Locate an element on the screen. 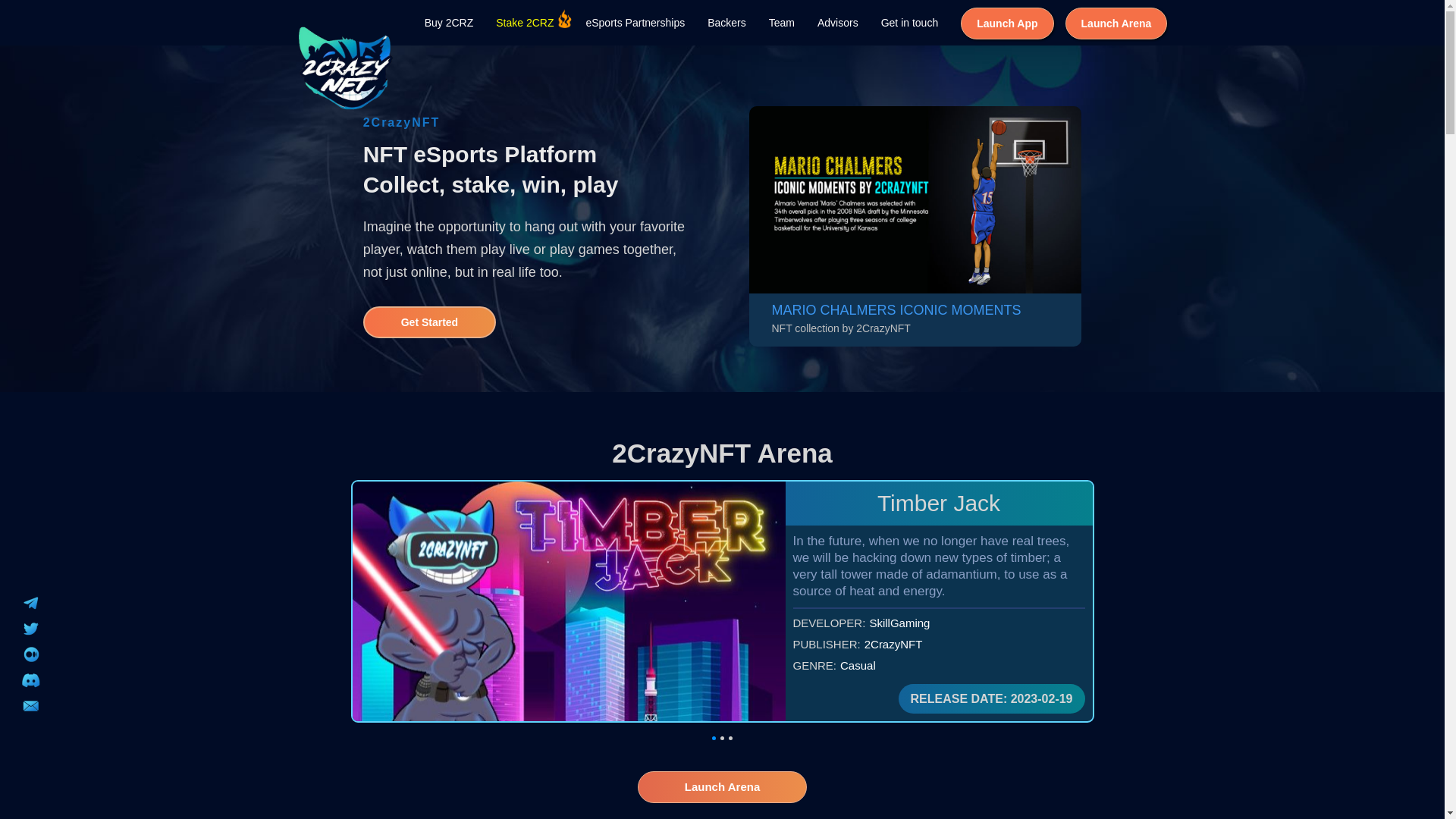 The height and width of the screenshot is (819, 1456). 'Stake 2CRZ' is located at coordinates (524, 23).